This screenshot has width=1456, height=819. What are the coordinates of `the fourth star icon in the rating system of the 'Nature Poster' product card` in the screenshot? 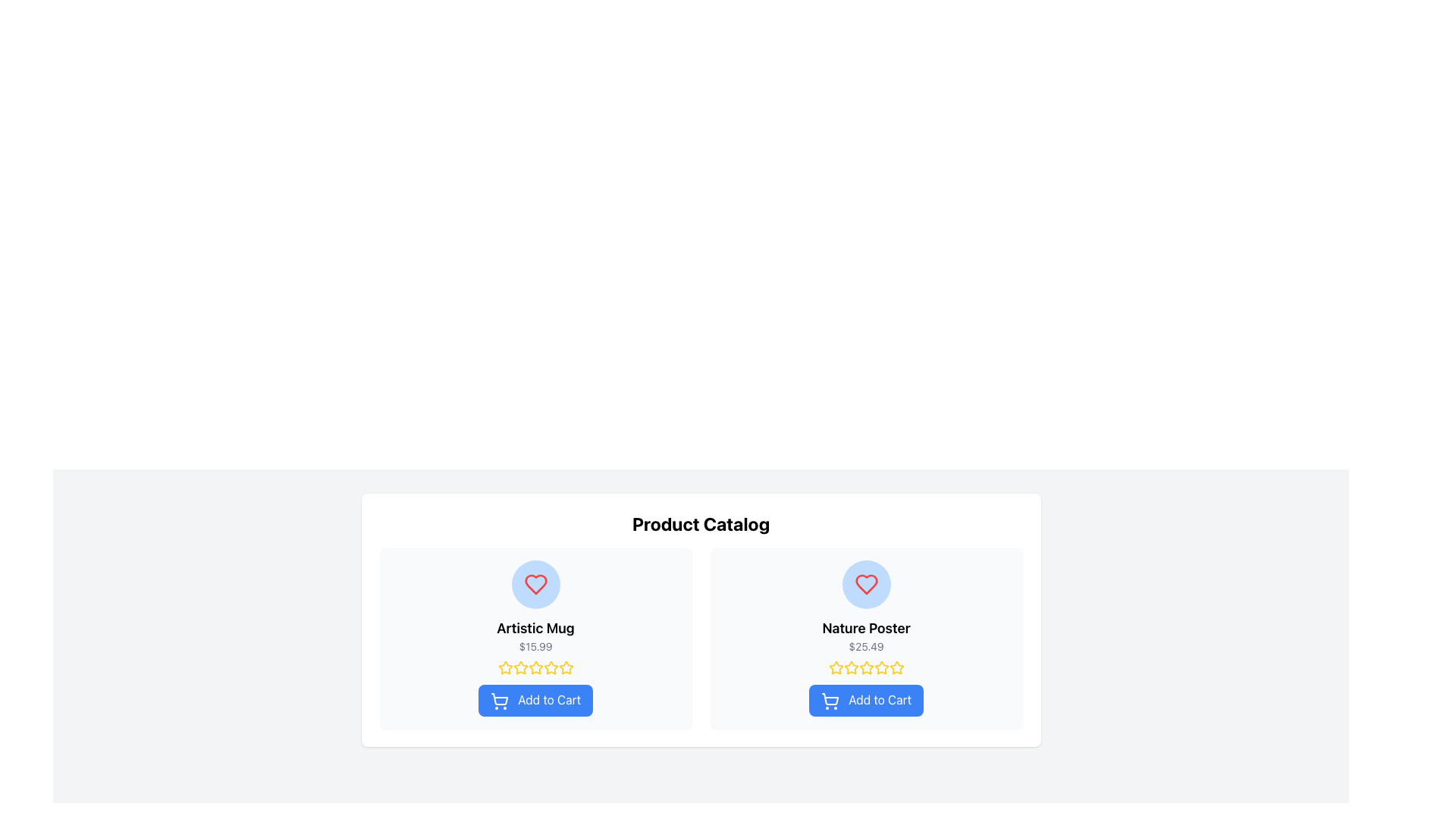 It's located at (880, 666).